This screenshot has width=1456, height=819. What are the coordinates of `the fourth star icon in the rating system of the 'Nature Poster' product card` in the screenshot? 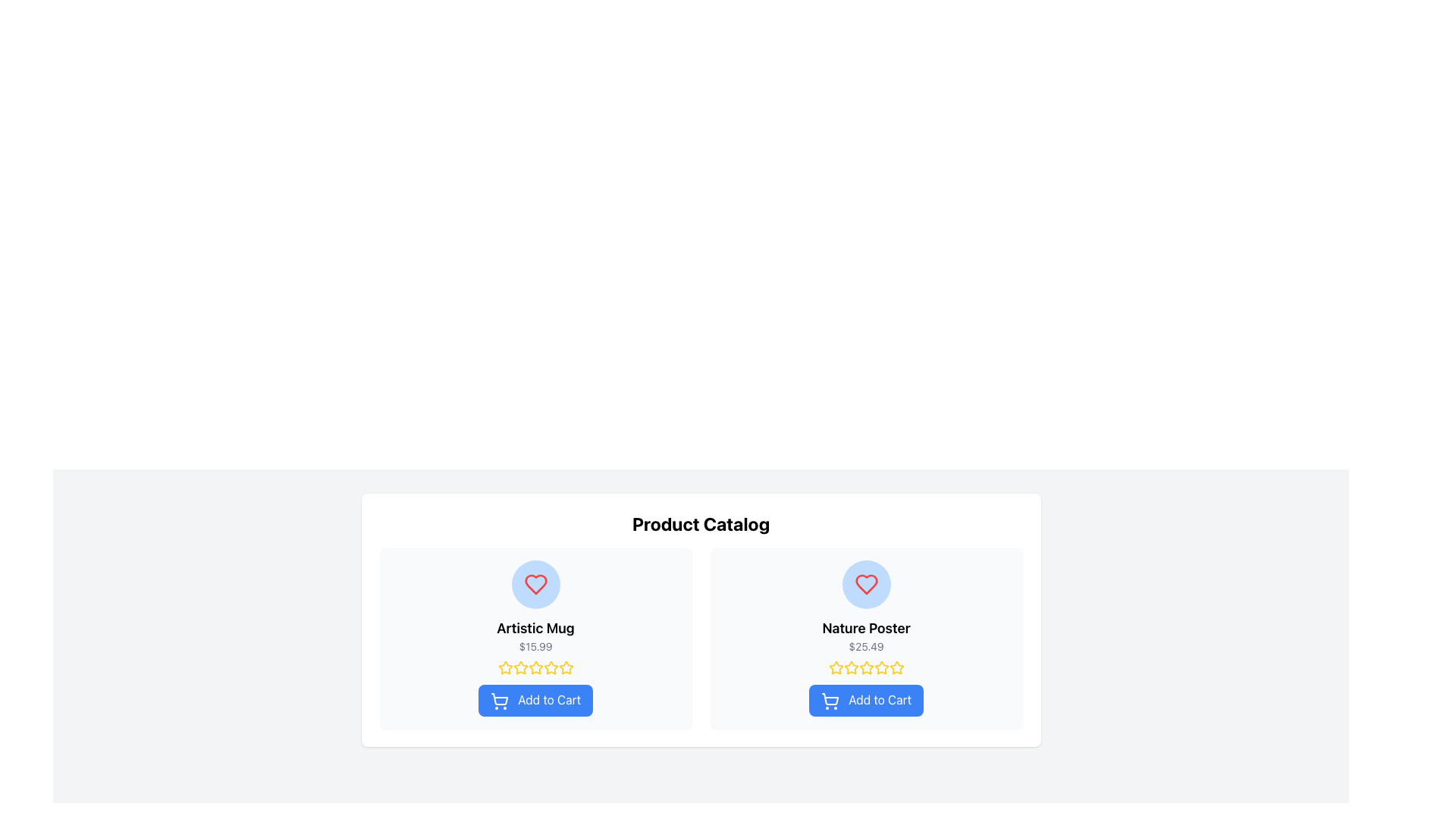 It's located at (880, 666).